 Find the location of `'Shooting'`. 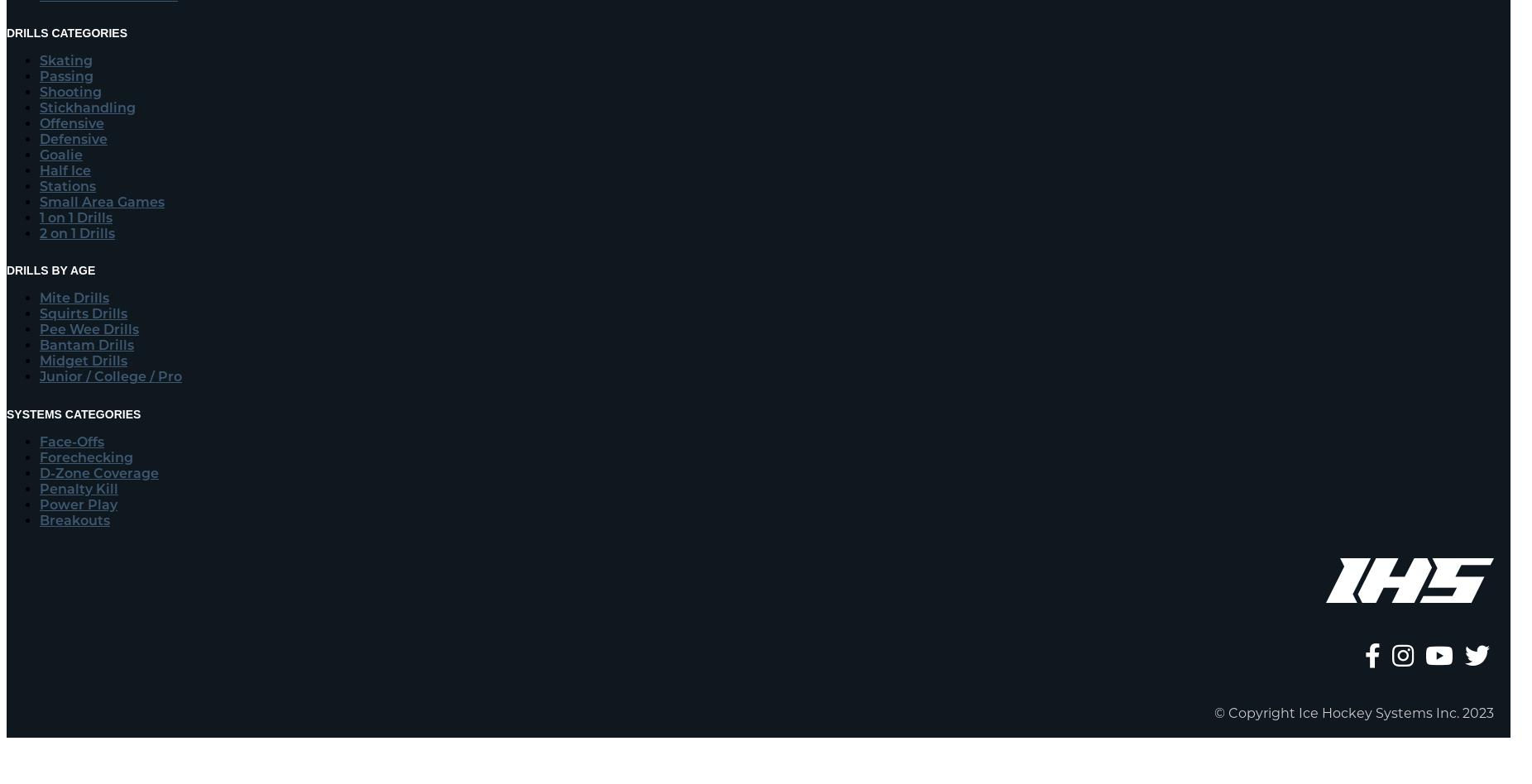

'Shooting' is located at coordinates (38, 91).